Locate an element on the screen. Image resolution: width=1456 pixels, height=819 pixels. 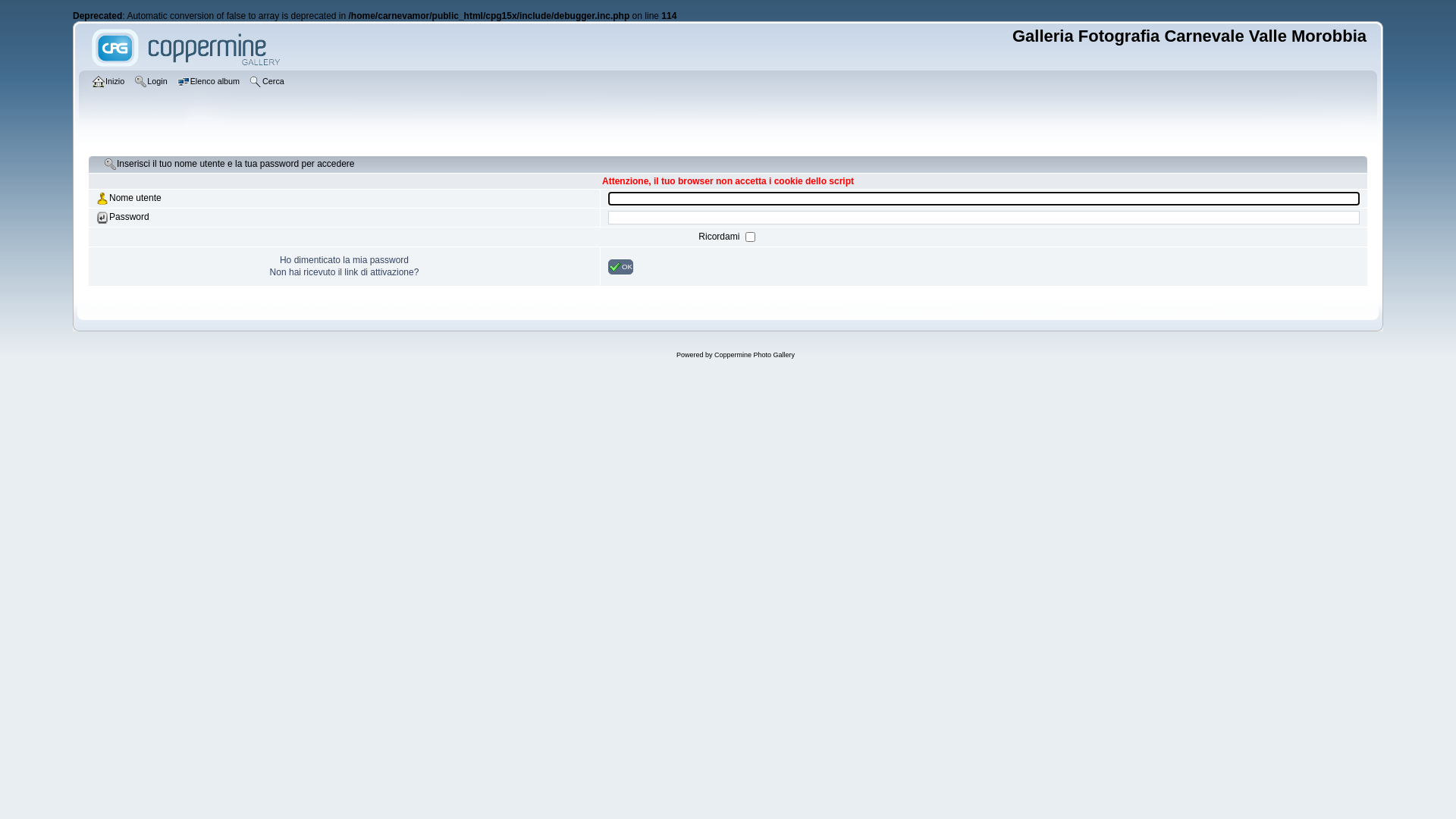
'Non hai ricevuto il link di attivazione?' is located at coordinates (269, 271).